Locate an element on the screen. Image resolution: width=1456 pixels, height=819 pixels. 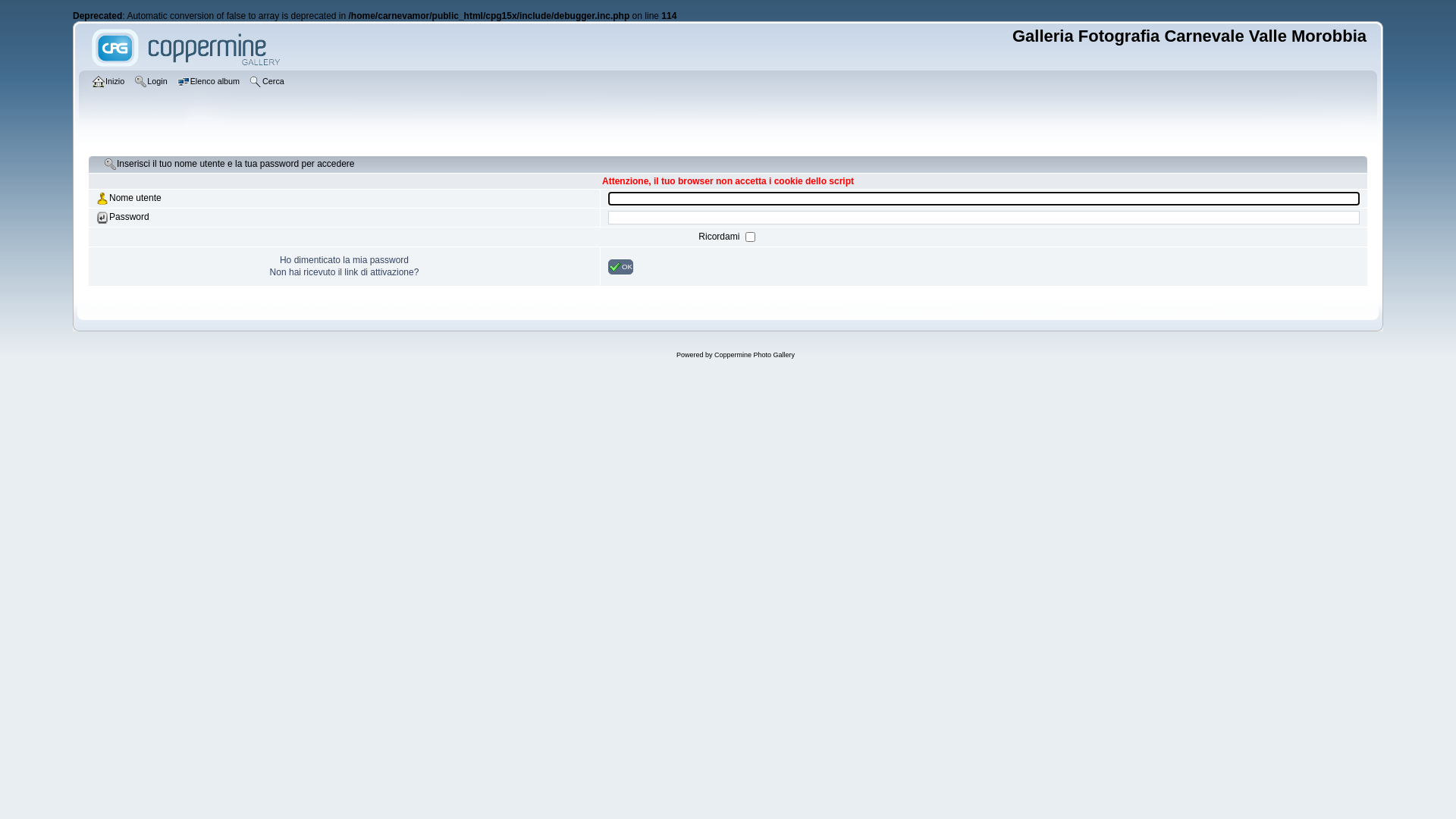
'Non hai ricevuto il link di attivazione?' is located at coordinates (269, 271).